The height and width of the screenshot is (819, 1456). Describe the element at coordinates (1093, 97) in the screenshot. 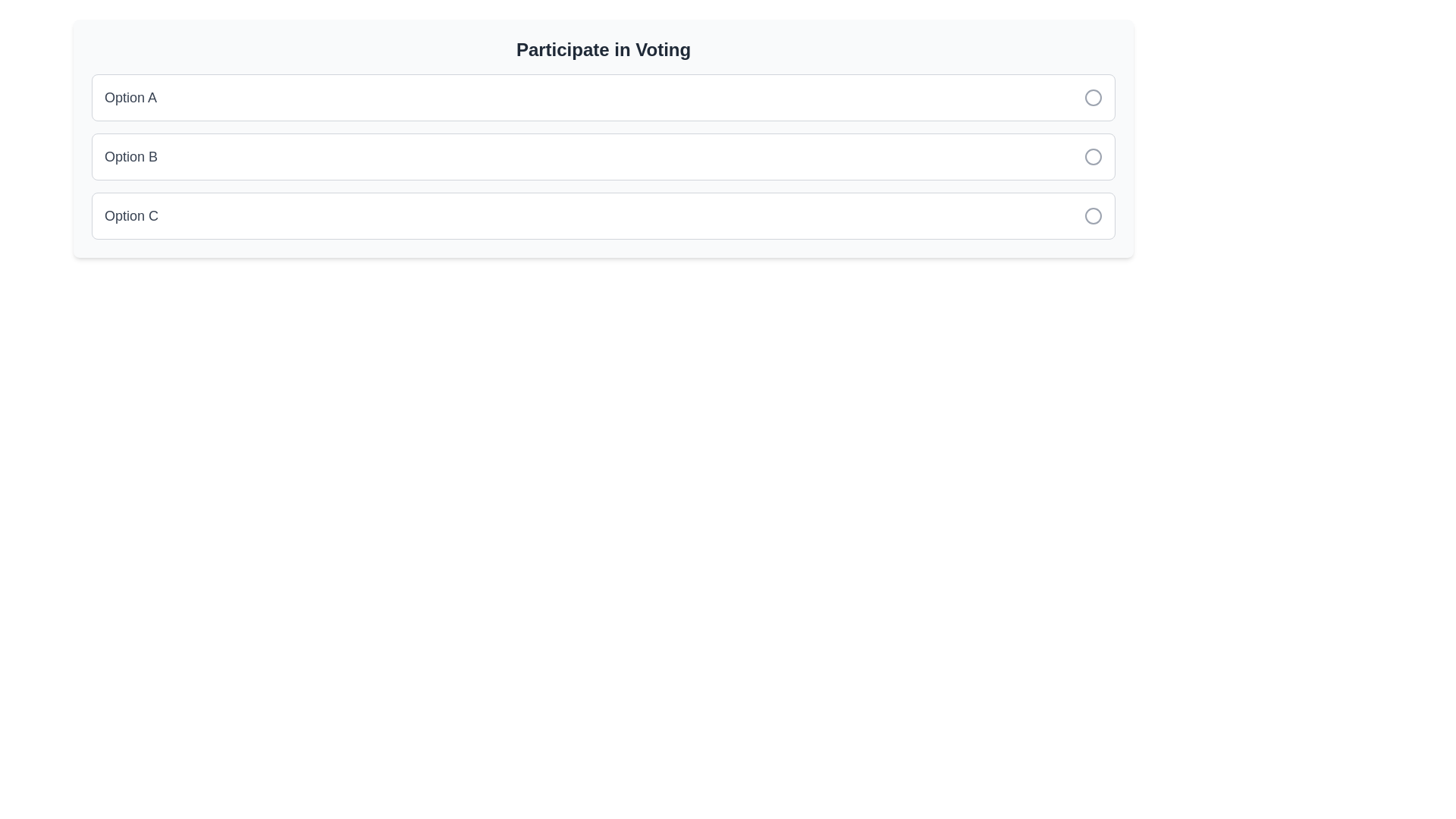

I see `the unselected radio button located to the right of the 'Option A' label` at that location.